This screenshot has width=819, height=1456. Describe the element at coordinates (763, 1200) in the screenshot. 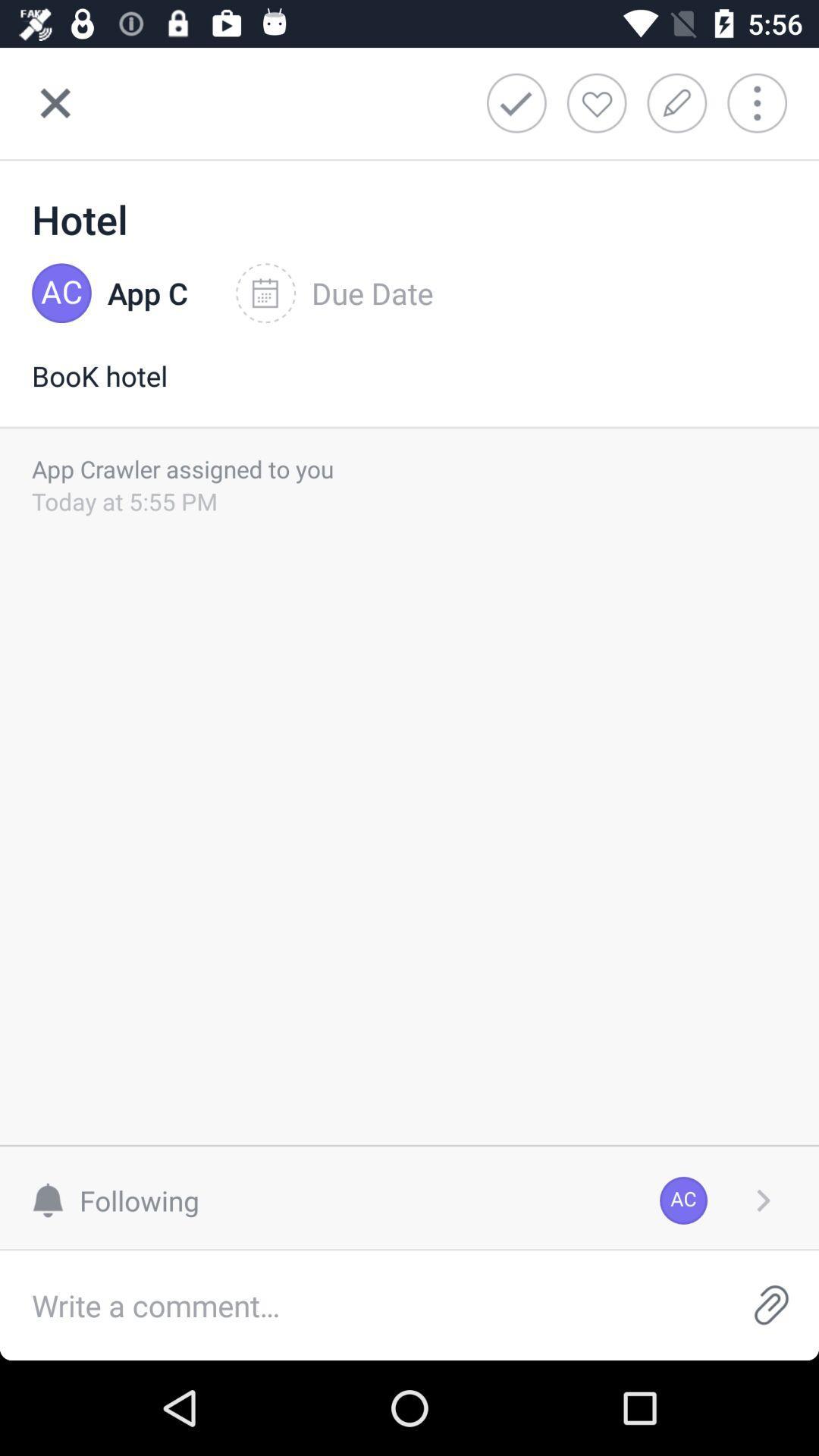

I see `next page` at that location.